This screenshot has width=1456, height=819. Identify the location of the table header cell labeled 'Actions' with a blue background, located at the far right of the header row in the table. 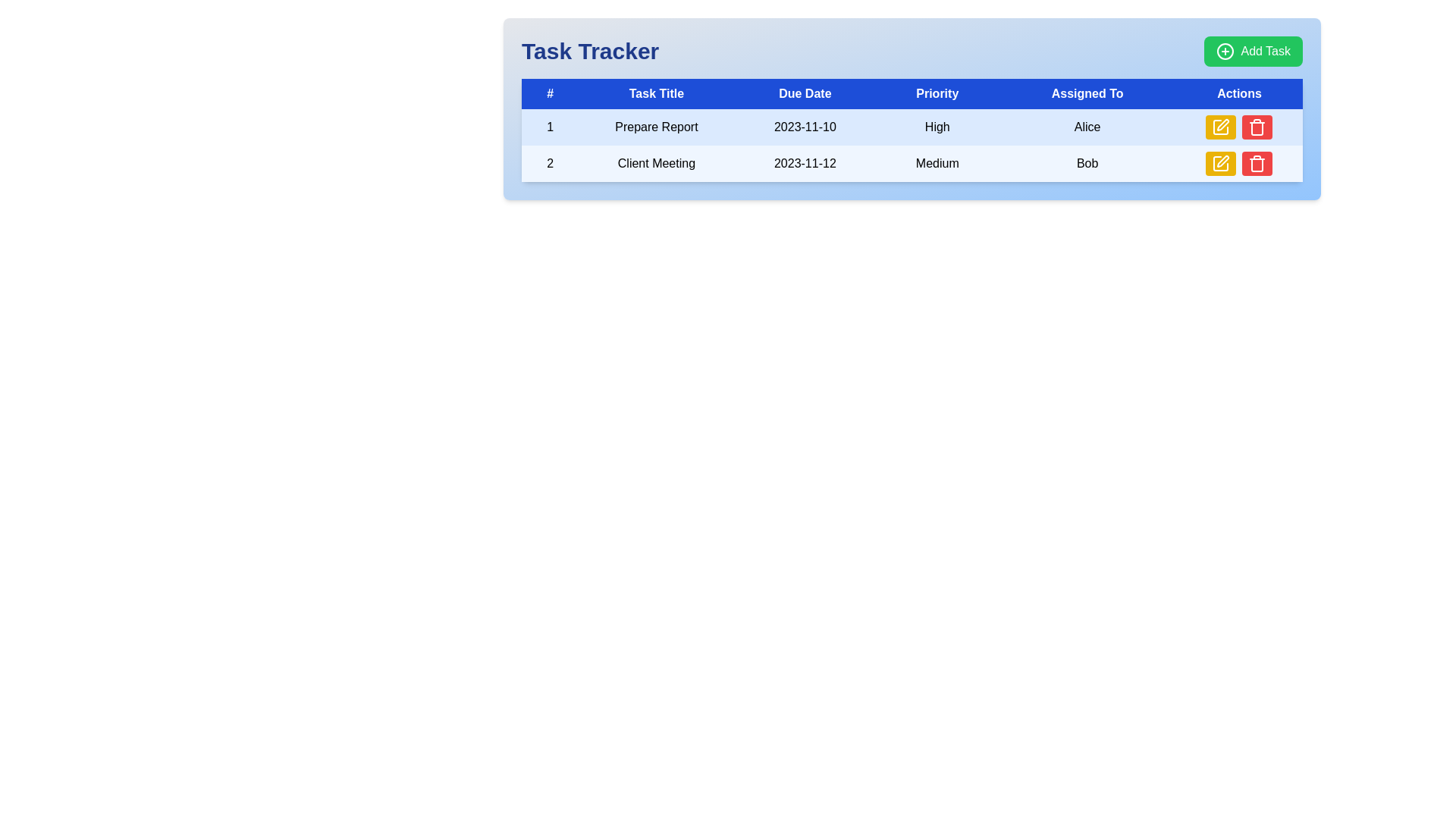
(1239, 93).